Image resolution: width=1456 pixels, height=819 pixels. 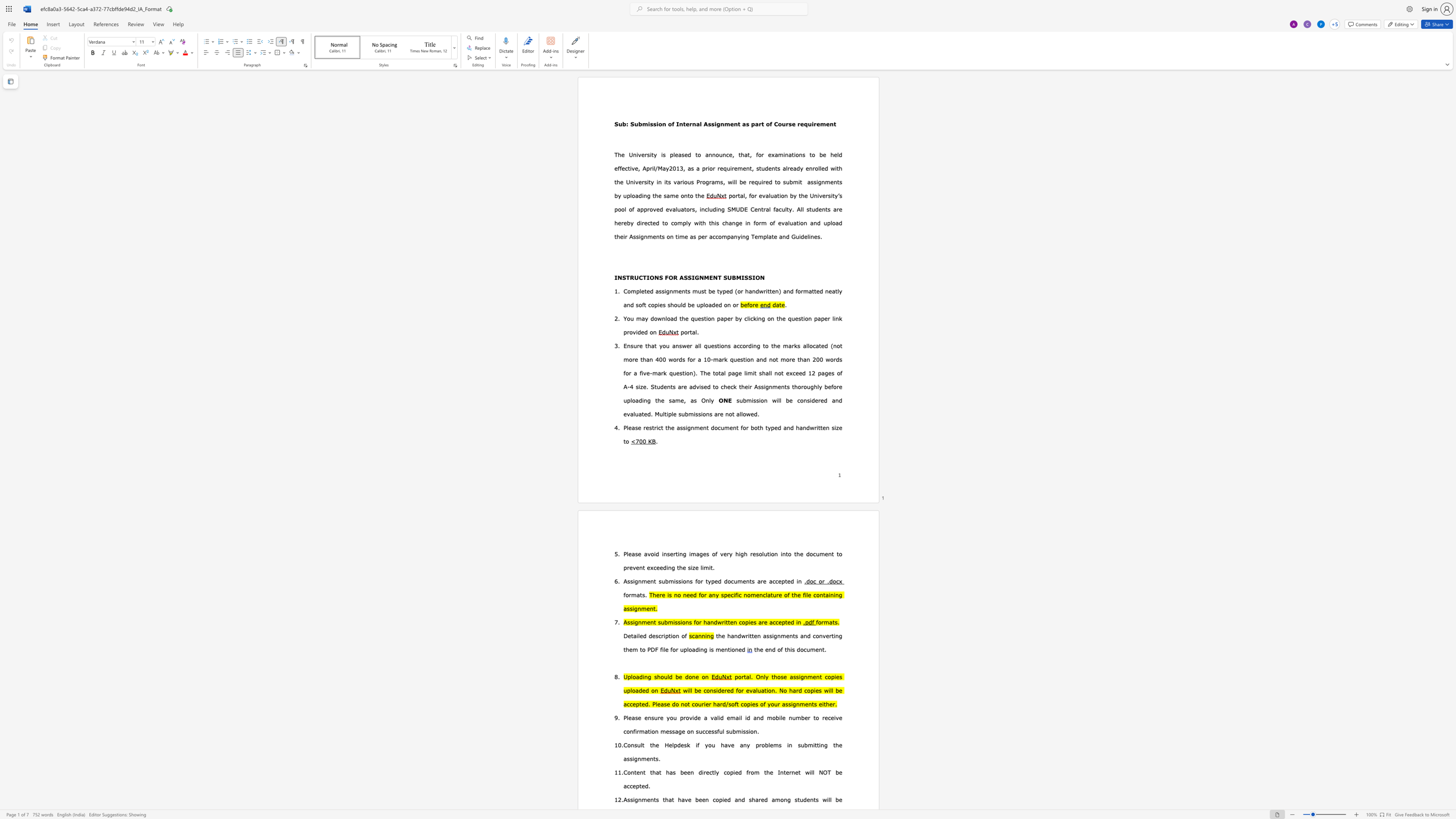 I want to click on the 2th character "r" in the text, so click(x=626, y=236).